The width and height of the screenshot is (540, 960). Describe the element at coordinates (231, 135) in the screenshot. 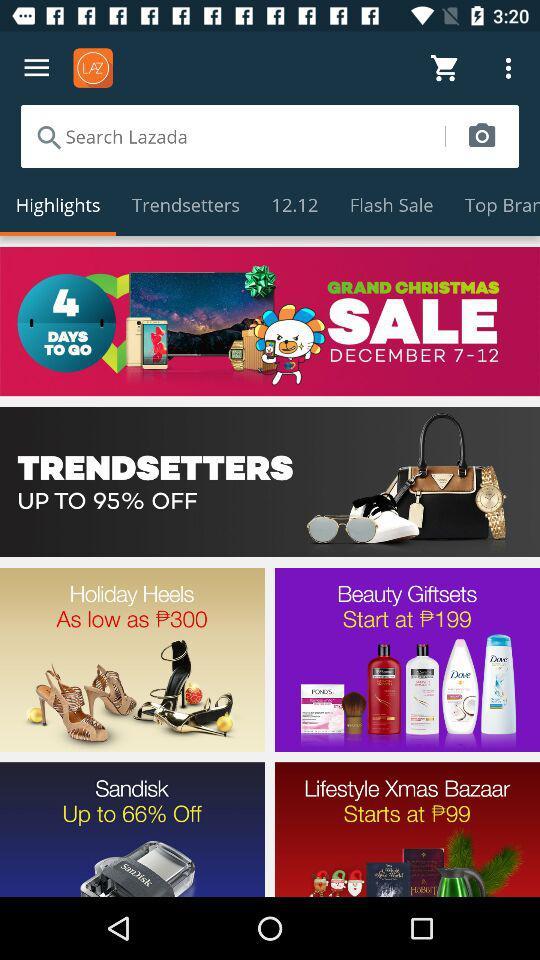

I see `search the store` at that location.